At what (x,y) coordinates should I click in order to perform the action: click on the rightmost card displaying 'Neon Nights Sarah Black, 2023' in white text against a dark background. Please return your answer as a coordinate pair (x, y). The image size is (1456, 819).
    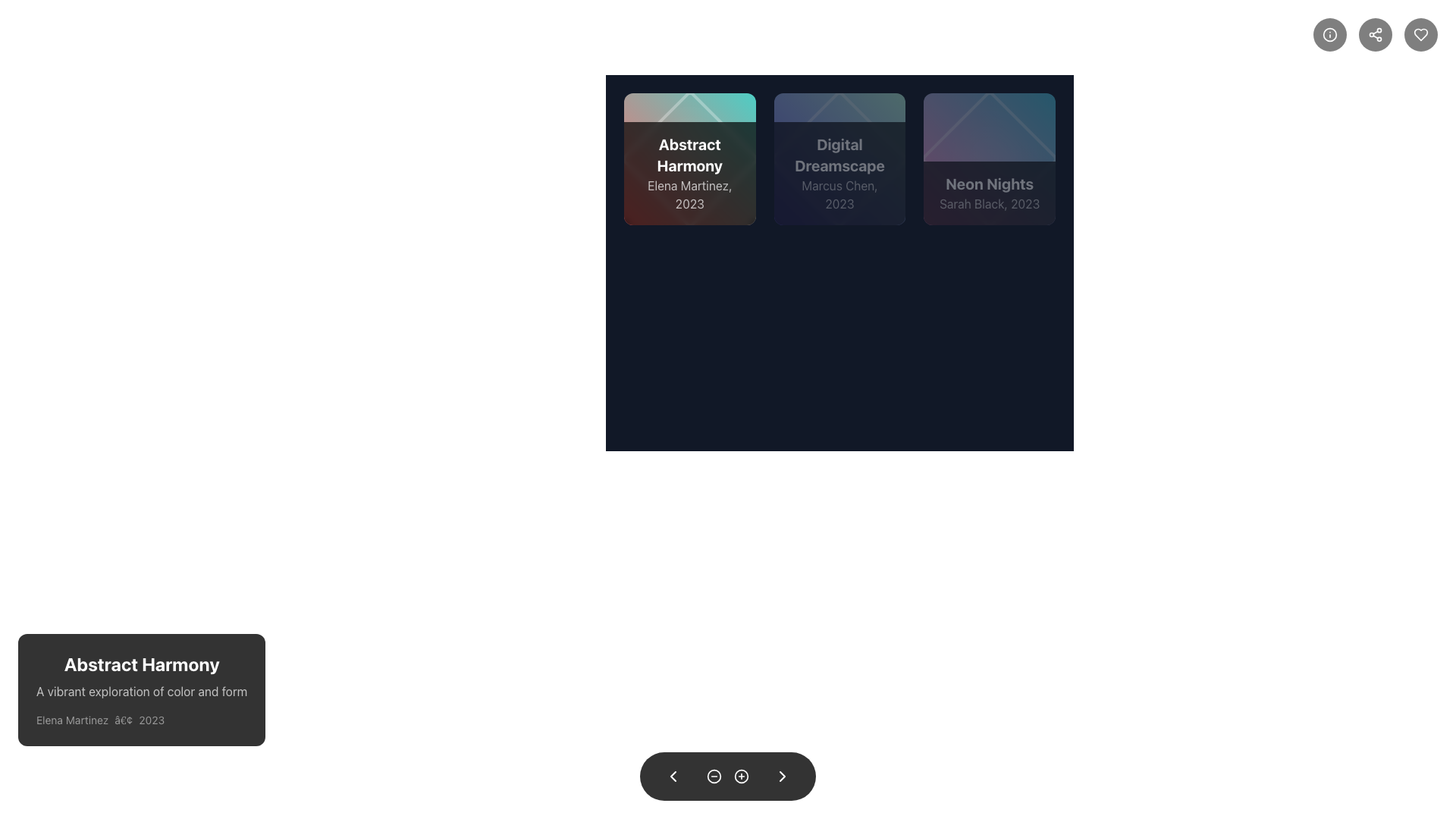
    Looking at the image, I should click on (990, 158).